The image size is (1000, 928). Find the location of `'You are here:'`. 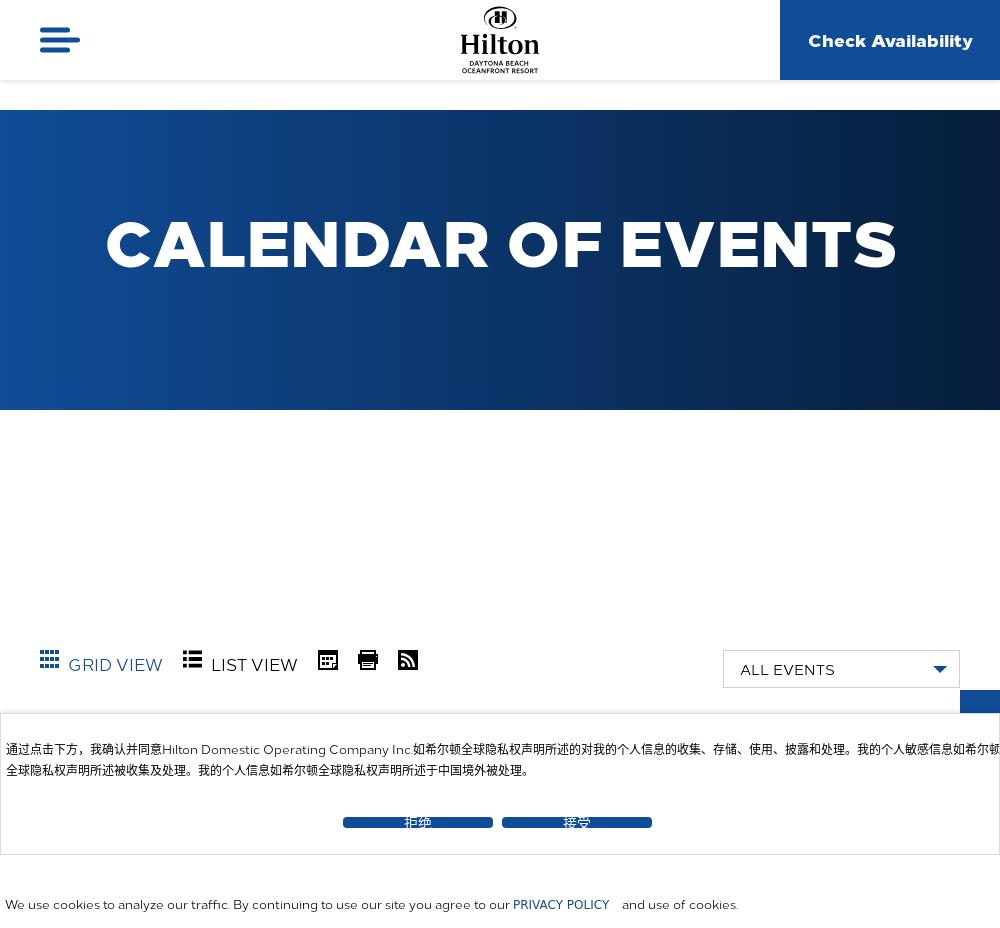

'You are here:' is located at coordinates (92, 731).